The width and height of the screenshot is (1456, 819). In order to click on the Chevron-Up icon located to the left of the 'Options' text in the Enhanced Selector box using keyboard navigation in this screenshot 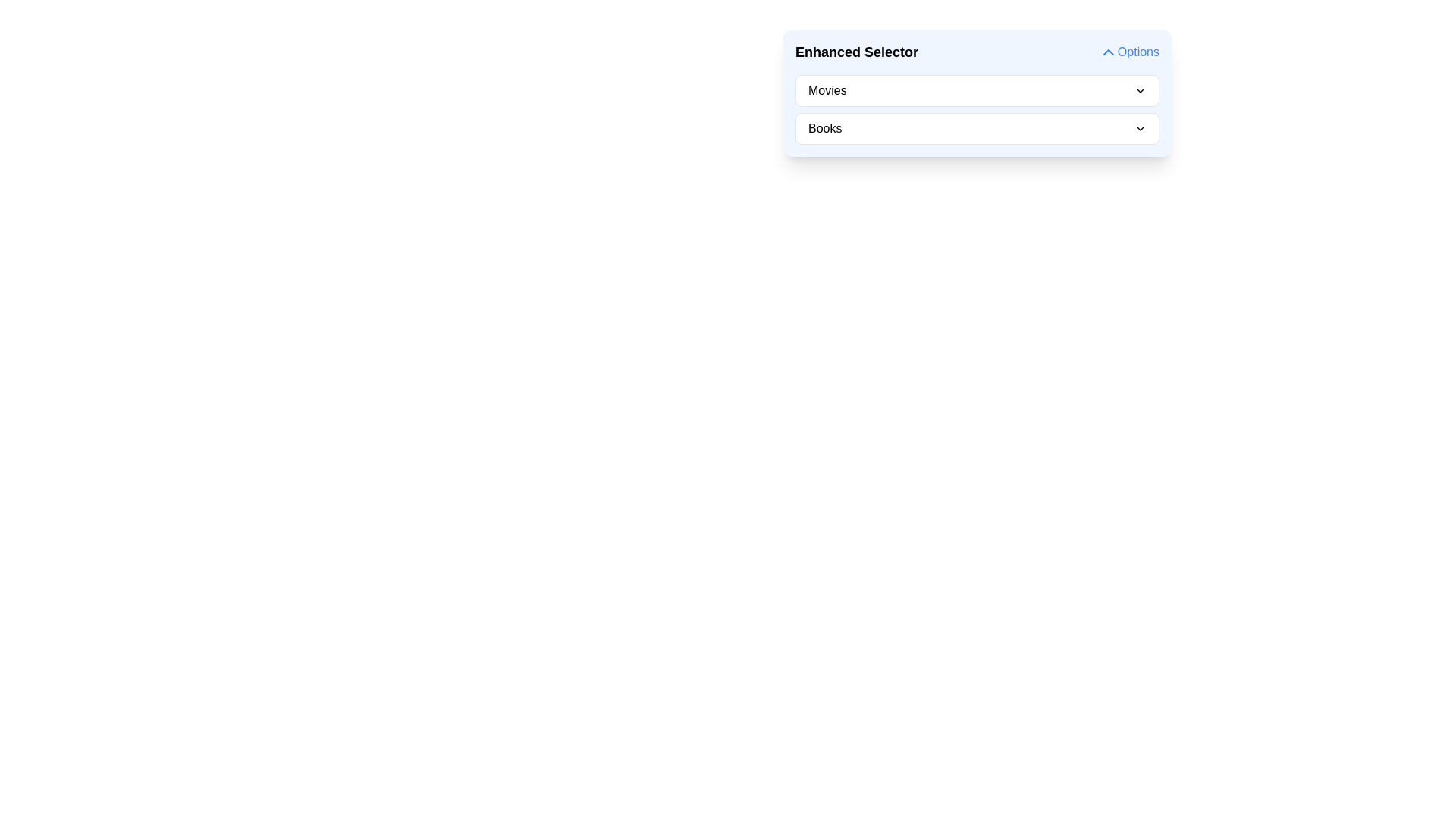, I will do `click(1108, 52)`.